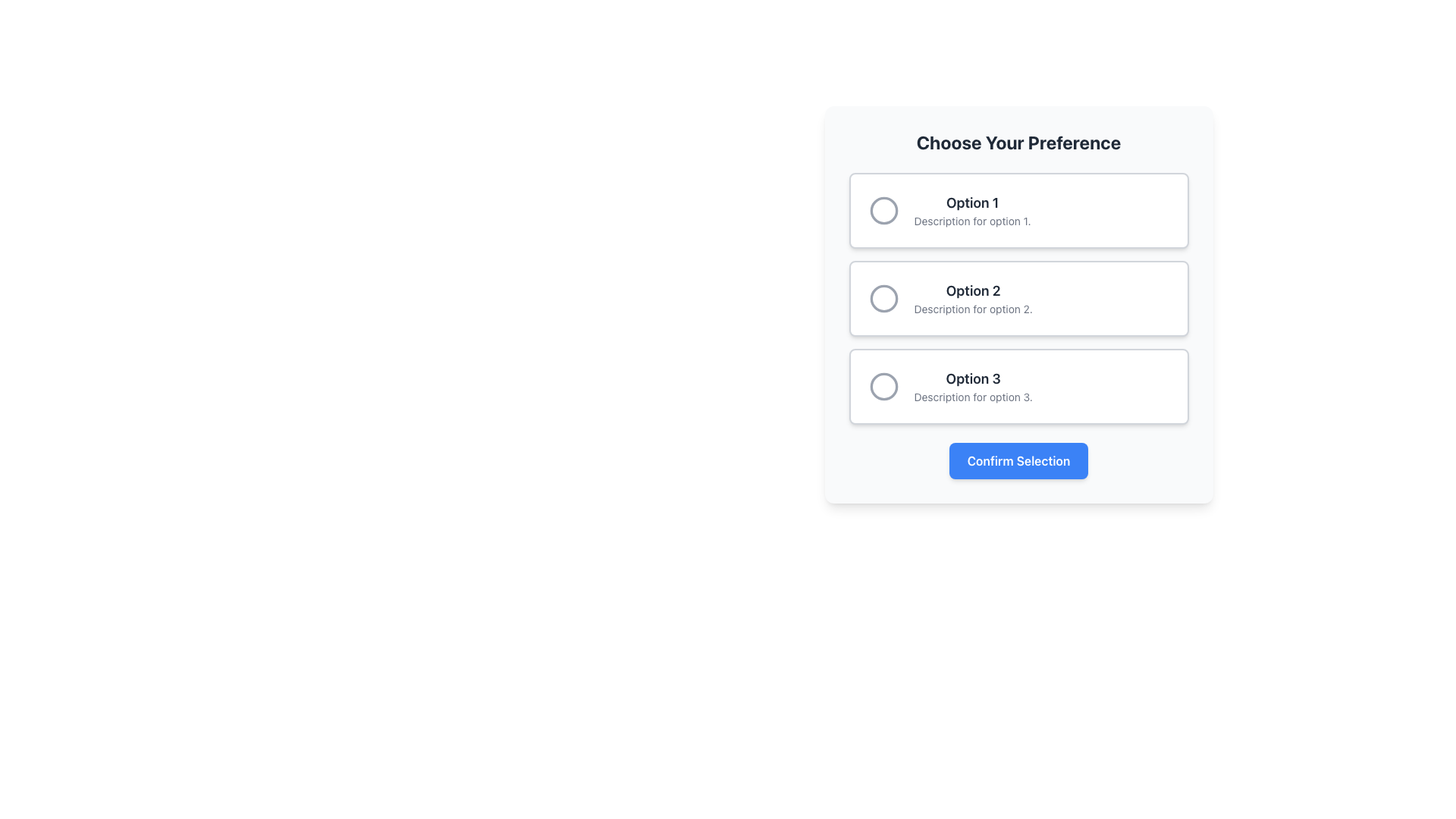 Image resolution: width=1456 pixels, height=819 pixels. Describe the element at coordinates (973, 291) in the screenshot. I see `the text label that serves as the title for the second selectable option in the preference list, positioned between 'Option 1' and 'Option 3'` at that location.